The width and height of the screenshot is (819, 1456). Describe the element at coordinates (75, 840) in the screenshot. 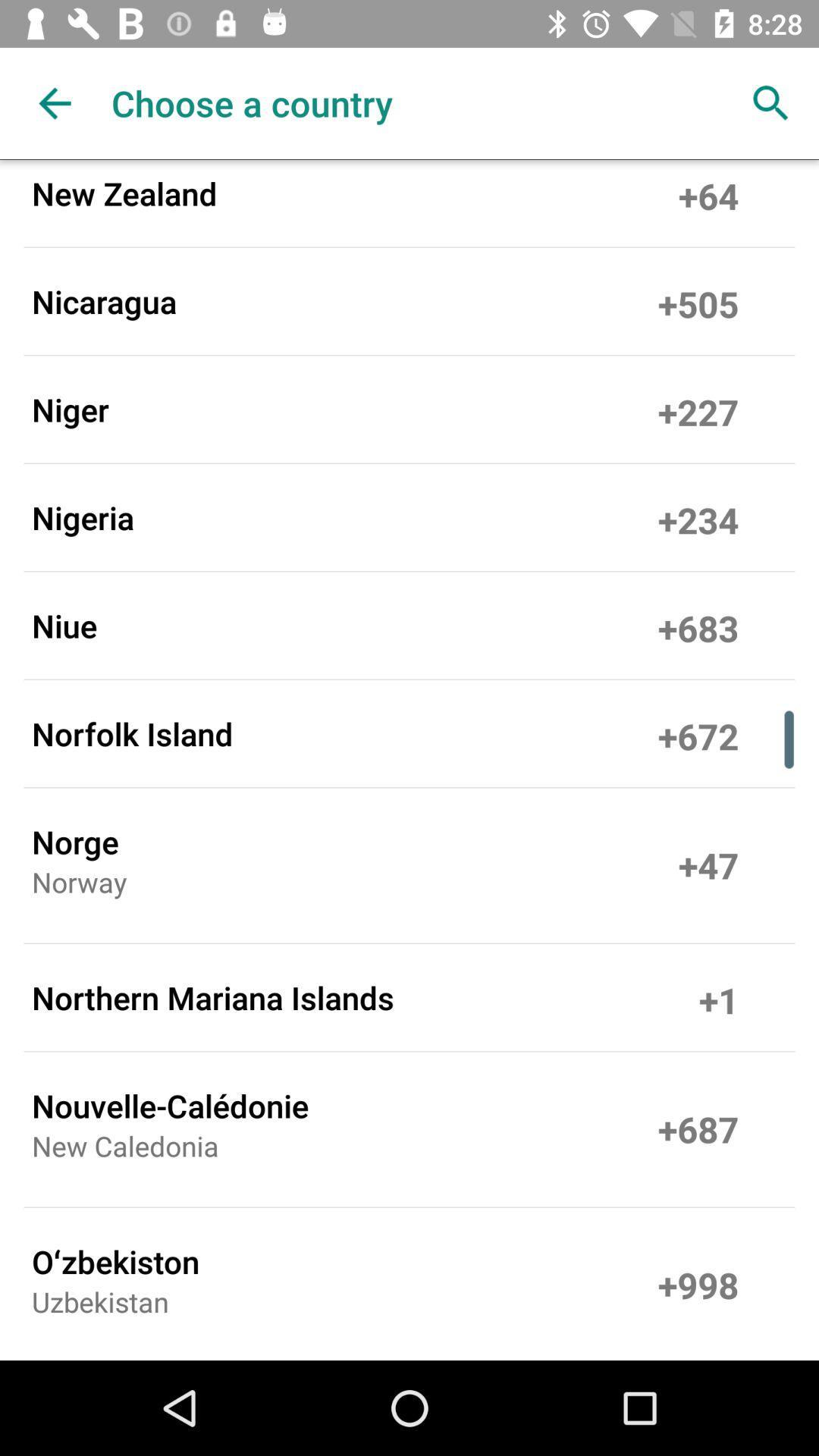

I see `the norge icon` at that location.